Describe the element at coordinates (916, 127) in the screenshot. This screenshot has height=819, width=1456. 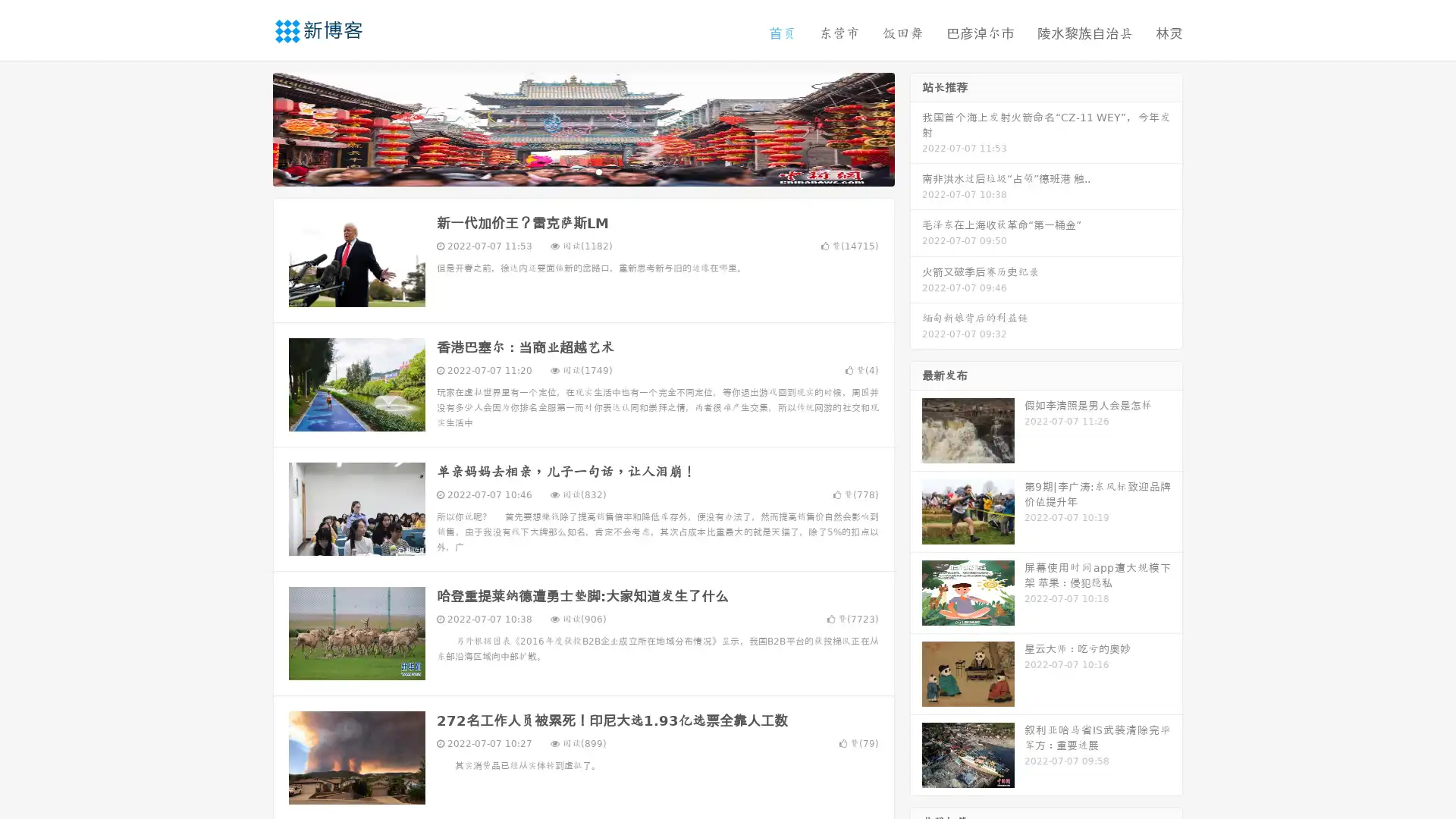
I see `Next slide` at that location.